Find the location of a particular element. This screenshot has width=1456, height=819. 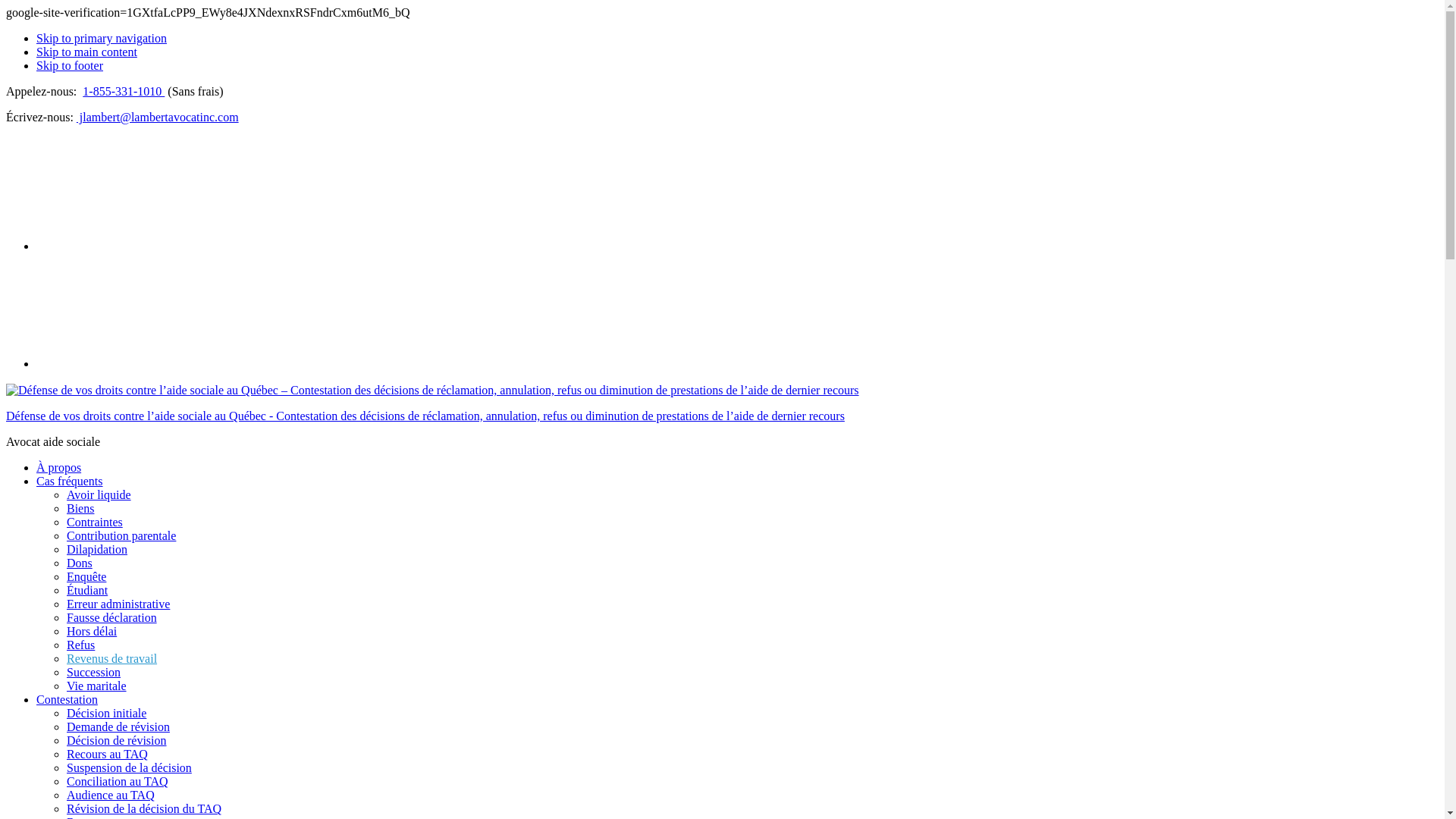

'Contribution parentale' is located at coordinates (65, 535).